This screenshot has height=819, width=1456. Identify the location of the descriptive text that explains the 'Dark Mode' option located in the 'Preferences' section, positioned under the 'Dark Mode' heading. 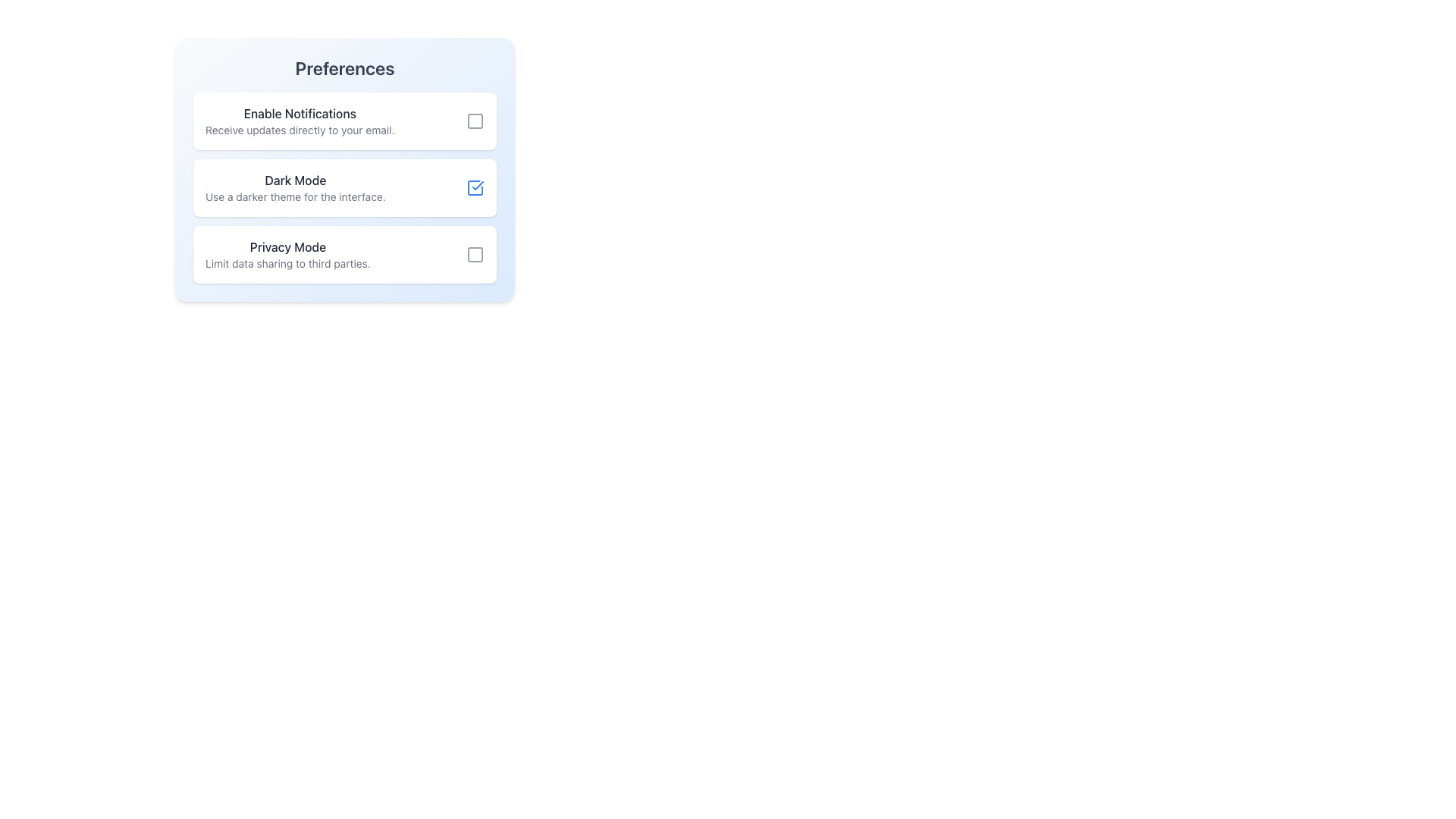
(295, 196).